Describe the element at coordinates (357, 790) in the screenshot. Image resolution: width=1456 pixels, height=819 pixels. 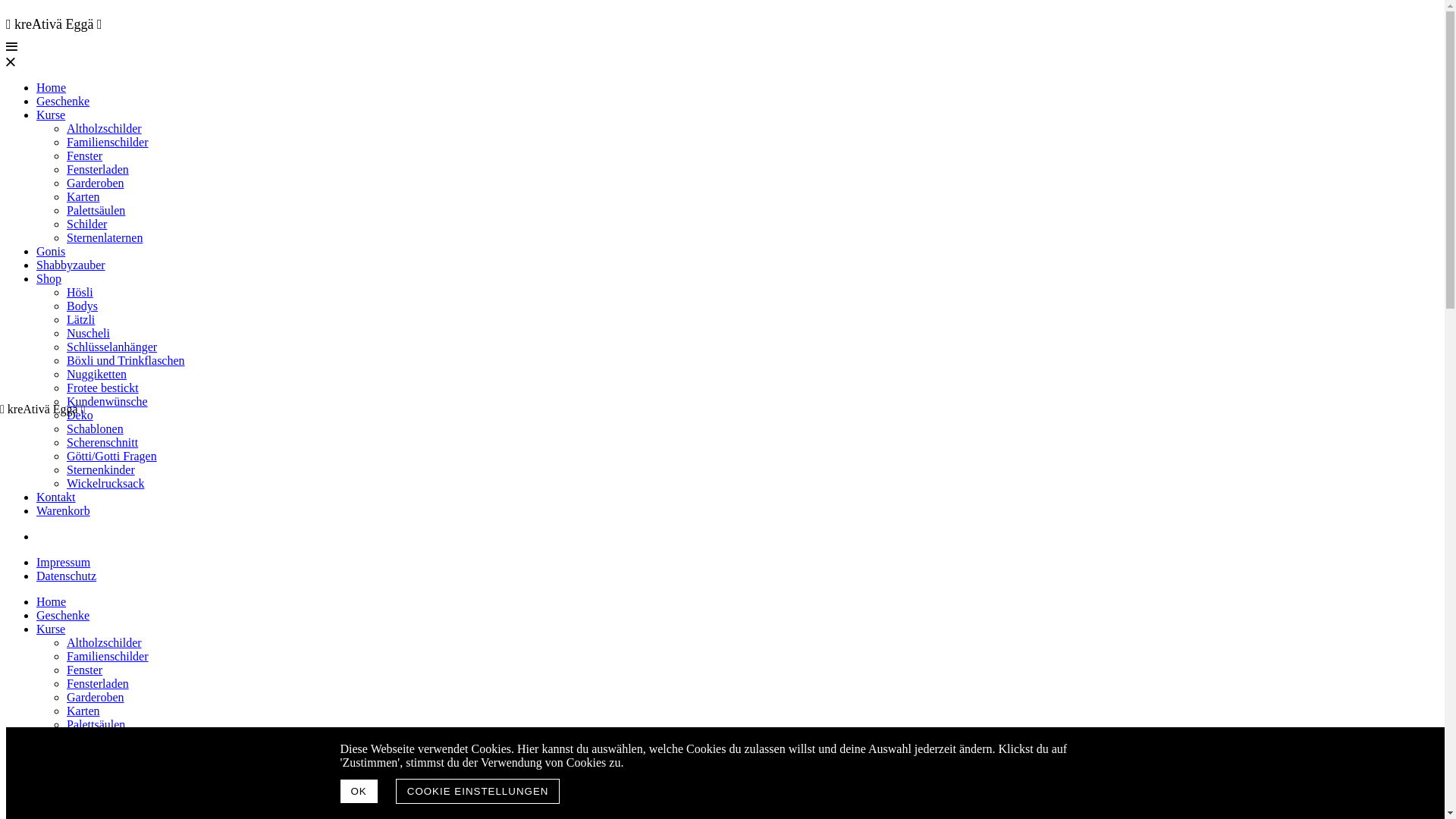
I see `'OK'` at that location.